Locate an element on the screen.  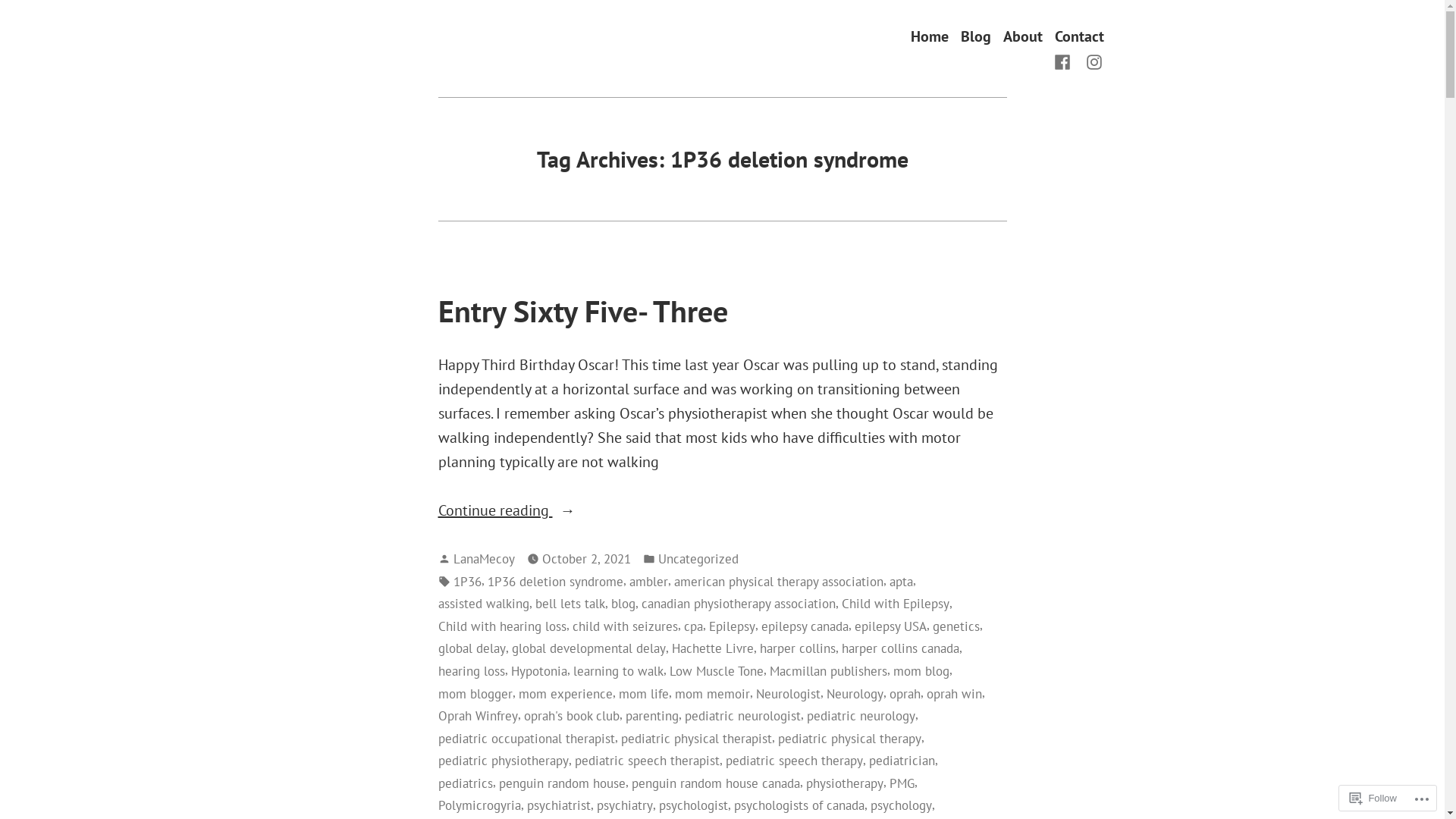
'global delay' is located at coordinates (471, 648).